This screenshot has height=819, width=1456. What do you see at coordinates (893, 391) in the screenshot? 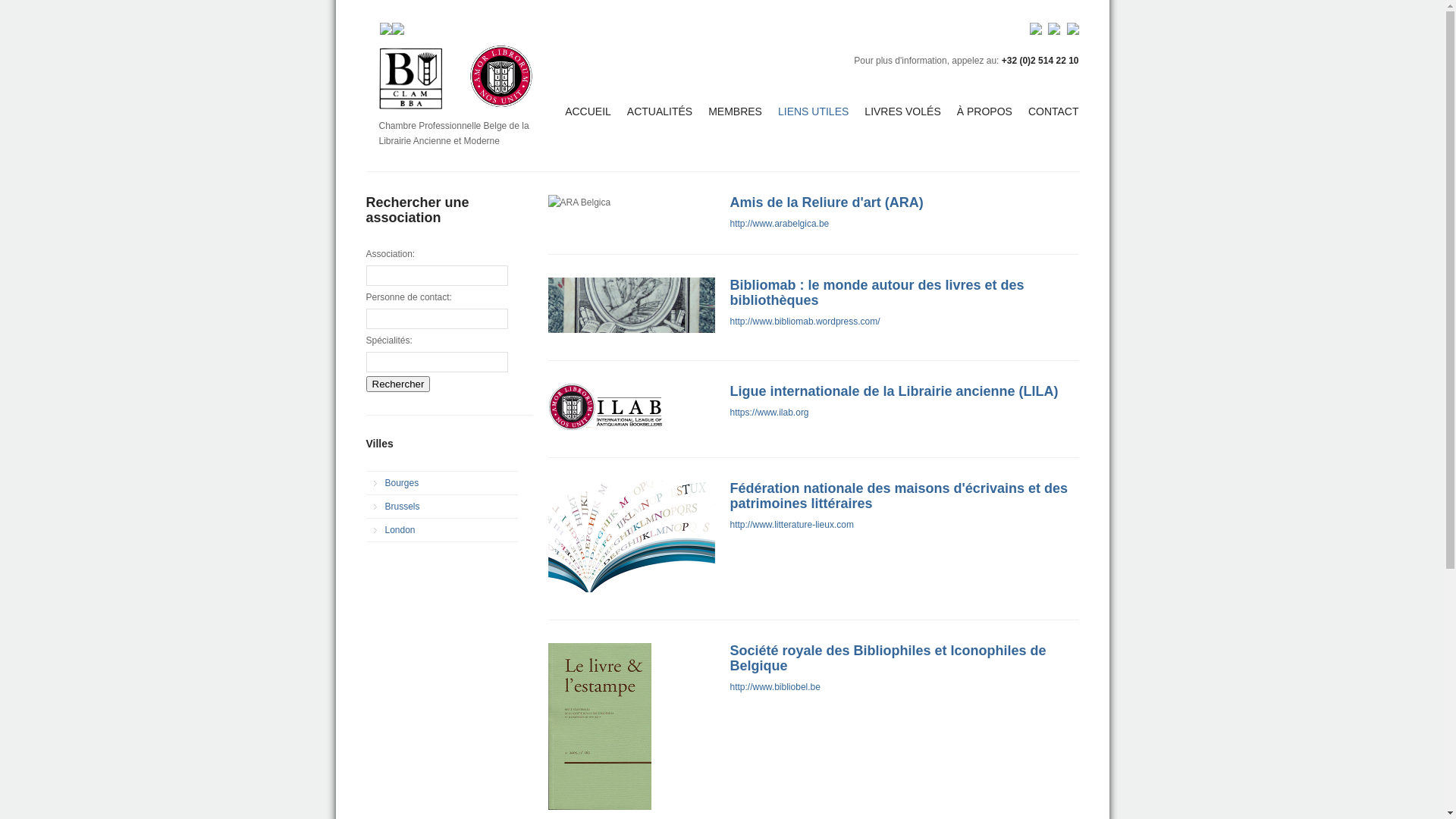
I see `'Ligue internationale de la Librairie ancienne (LILA)'` at bounding box center [893, 391].